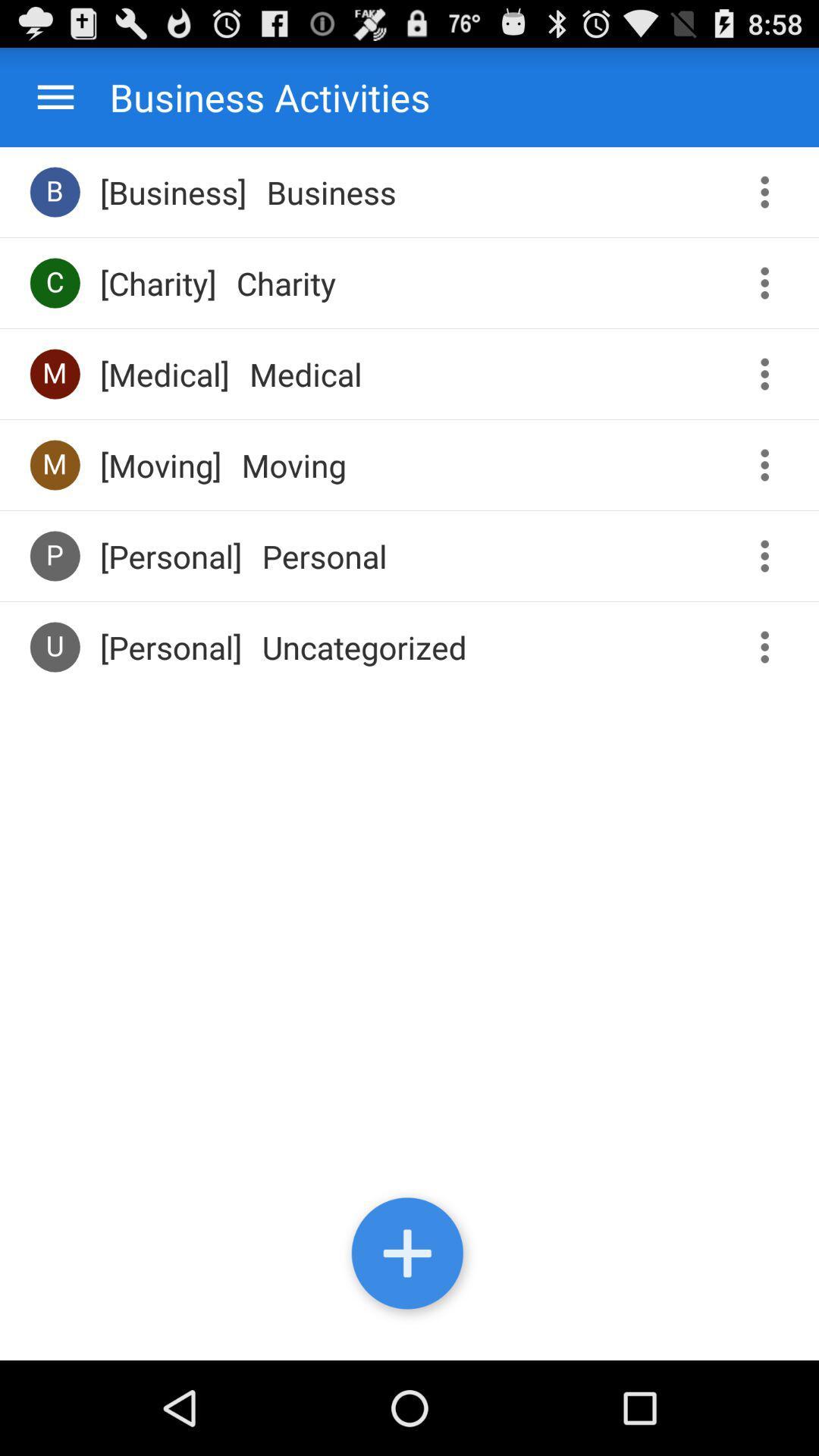  What do you see at coordinates (770, 647) in the screenshot?
I see `change setting of uncategorized business activity` at bounding box center [770, 647].